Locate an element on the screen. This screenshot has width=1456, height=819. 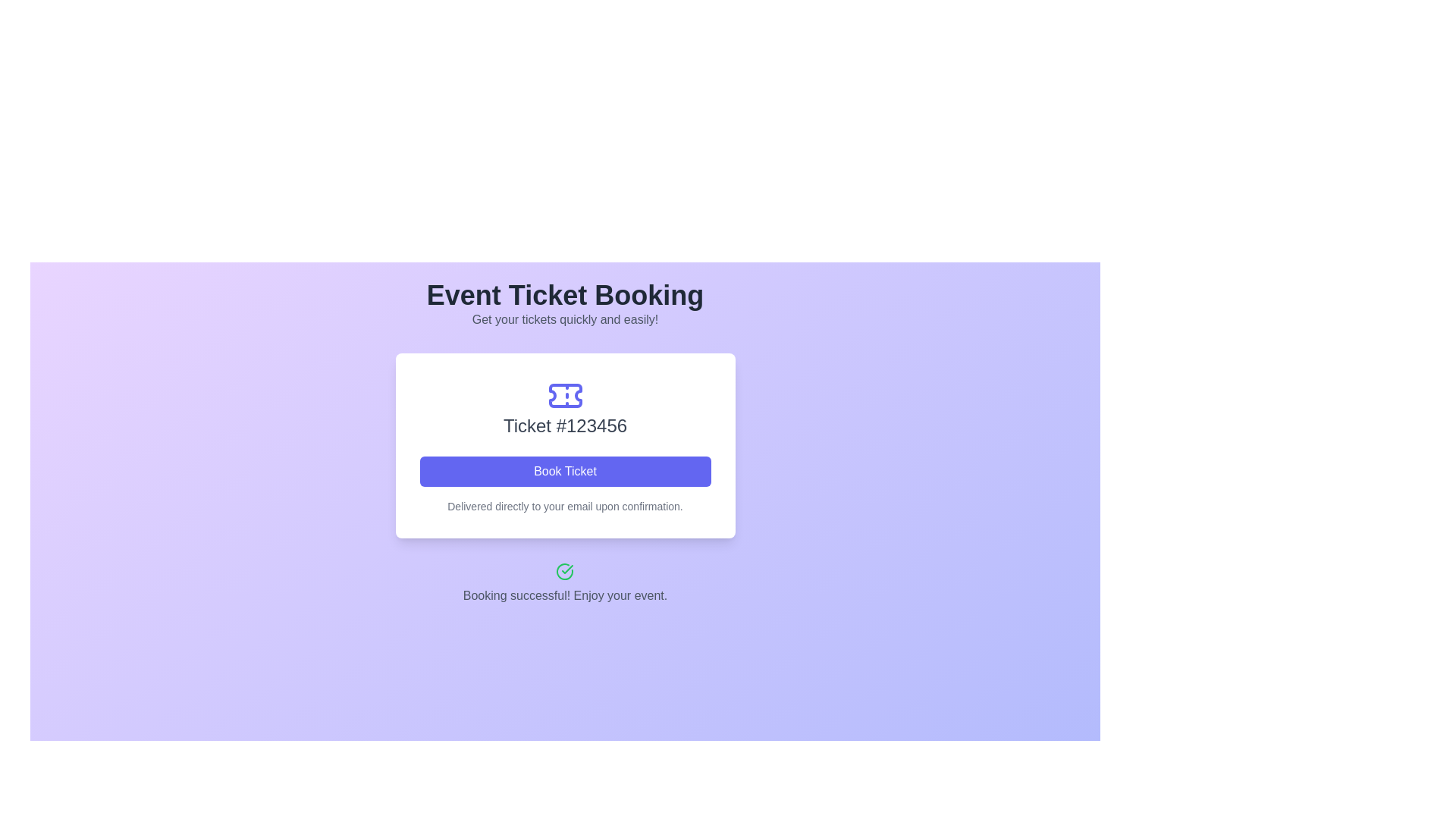
the 'Book Ticket' button, which has a blue background and white text, located below the 'Ticket #123456' heading is located at coordinates (564, 470).